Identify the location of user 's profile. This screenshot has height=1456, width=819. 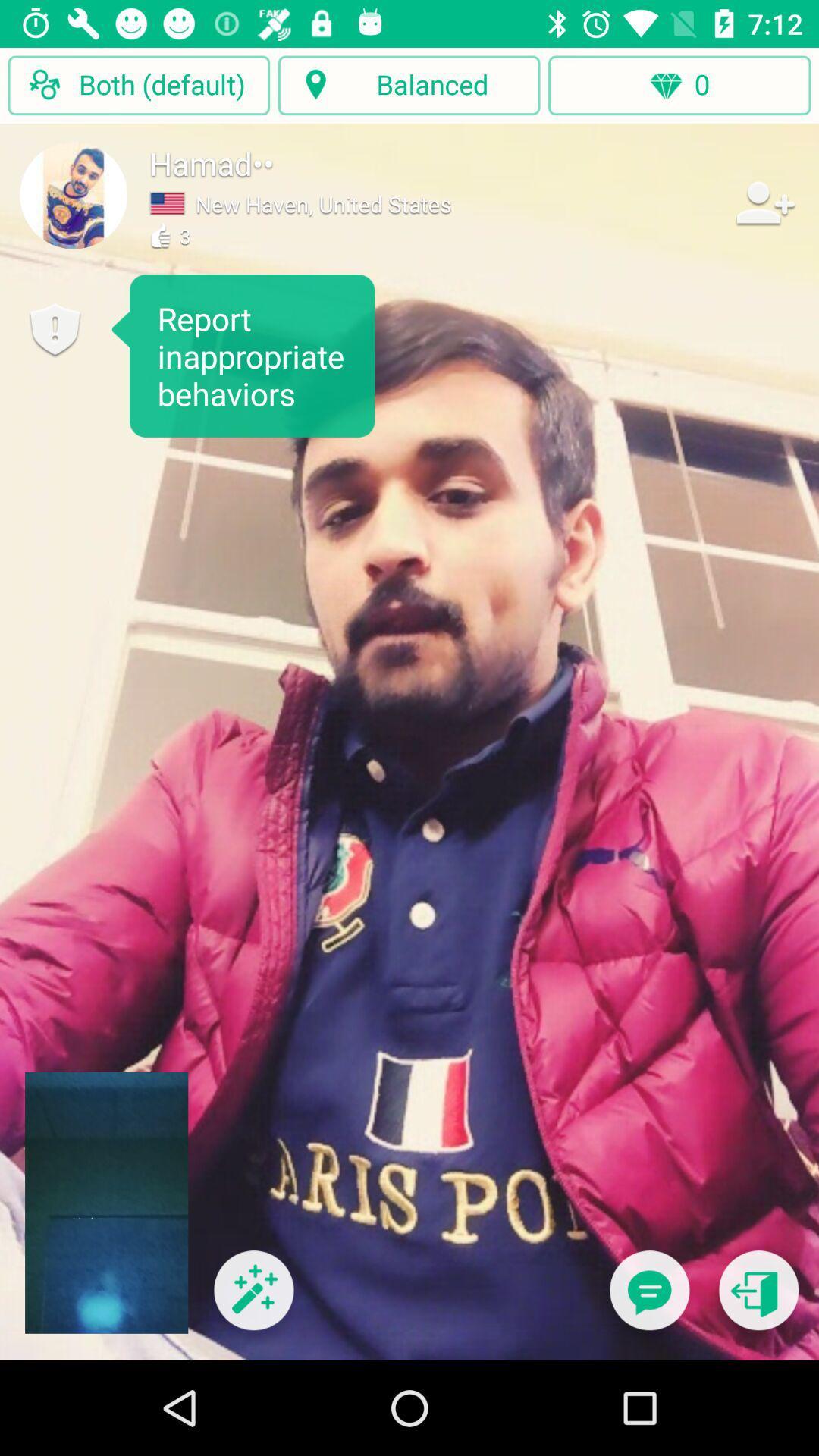
(74, 194).